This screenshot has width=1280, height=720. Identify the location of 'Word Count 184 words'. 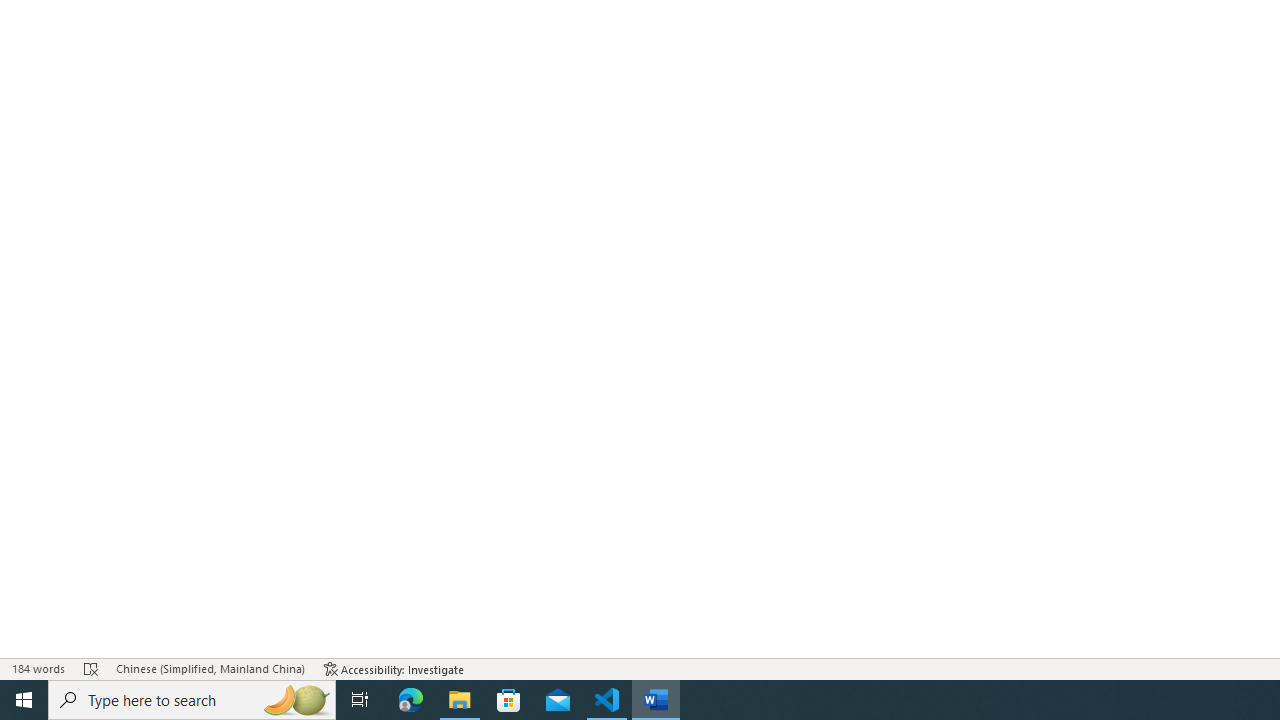
(38, 669).